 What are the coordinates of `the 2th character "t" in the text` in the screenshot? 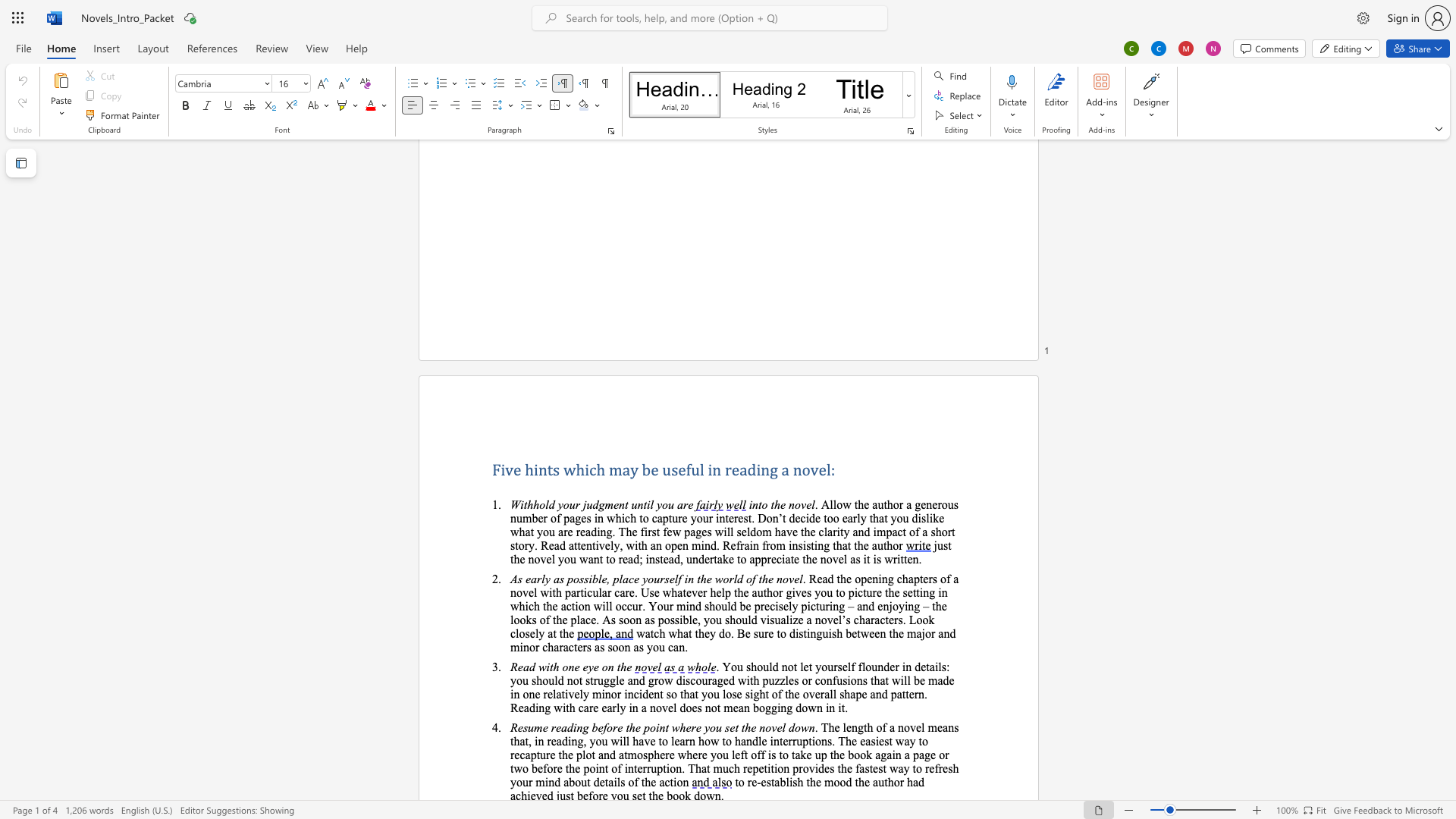 It's located at (626, 504).